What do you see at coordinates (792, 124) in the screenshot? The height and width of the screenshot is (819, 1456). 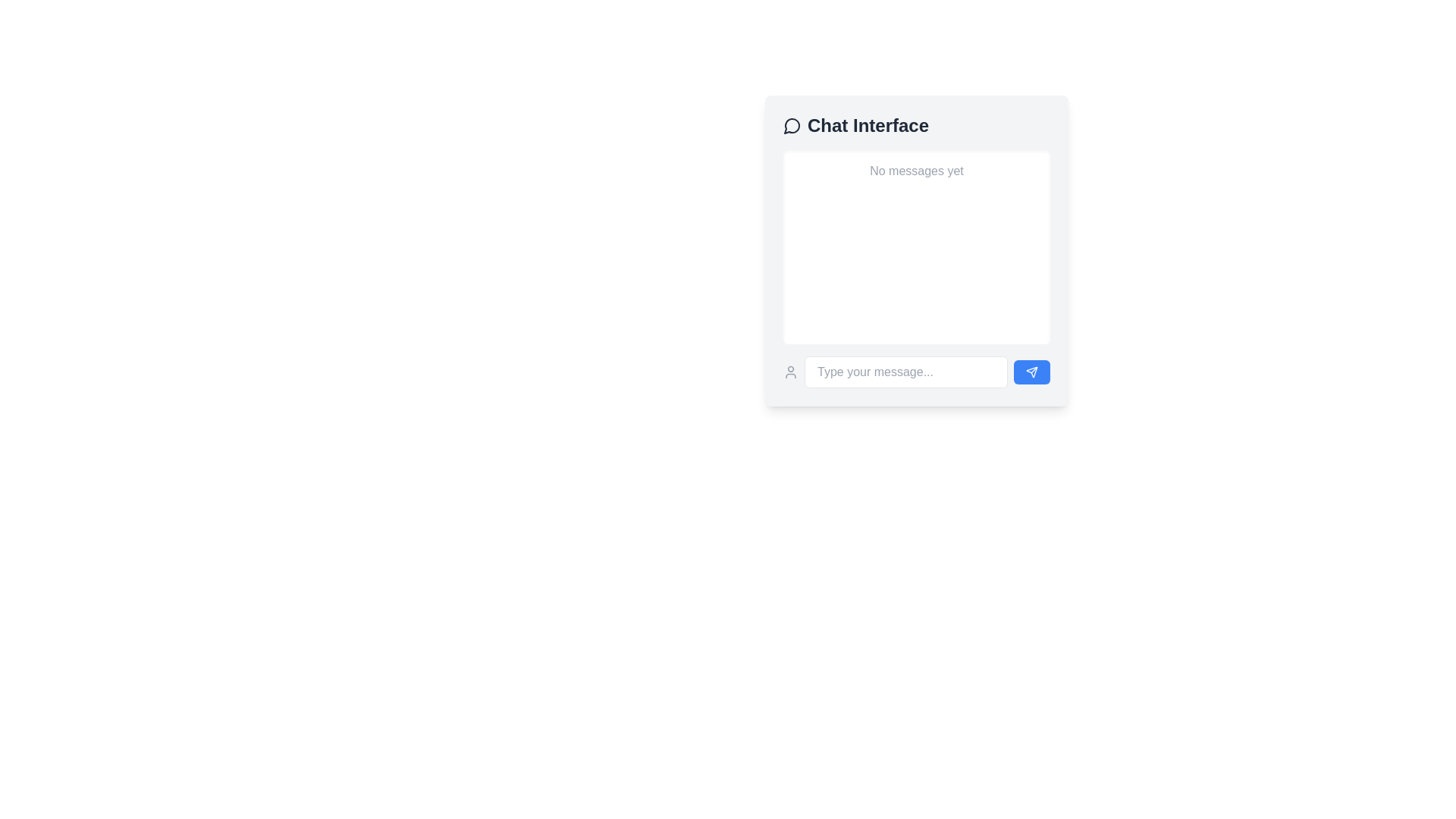 I see `the small circular chat icon that resembles a speech bubble, located in the 'Chat Interface' section to the left of the text` at bounding box center [792, 124].